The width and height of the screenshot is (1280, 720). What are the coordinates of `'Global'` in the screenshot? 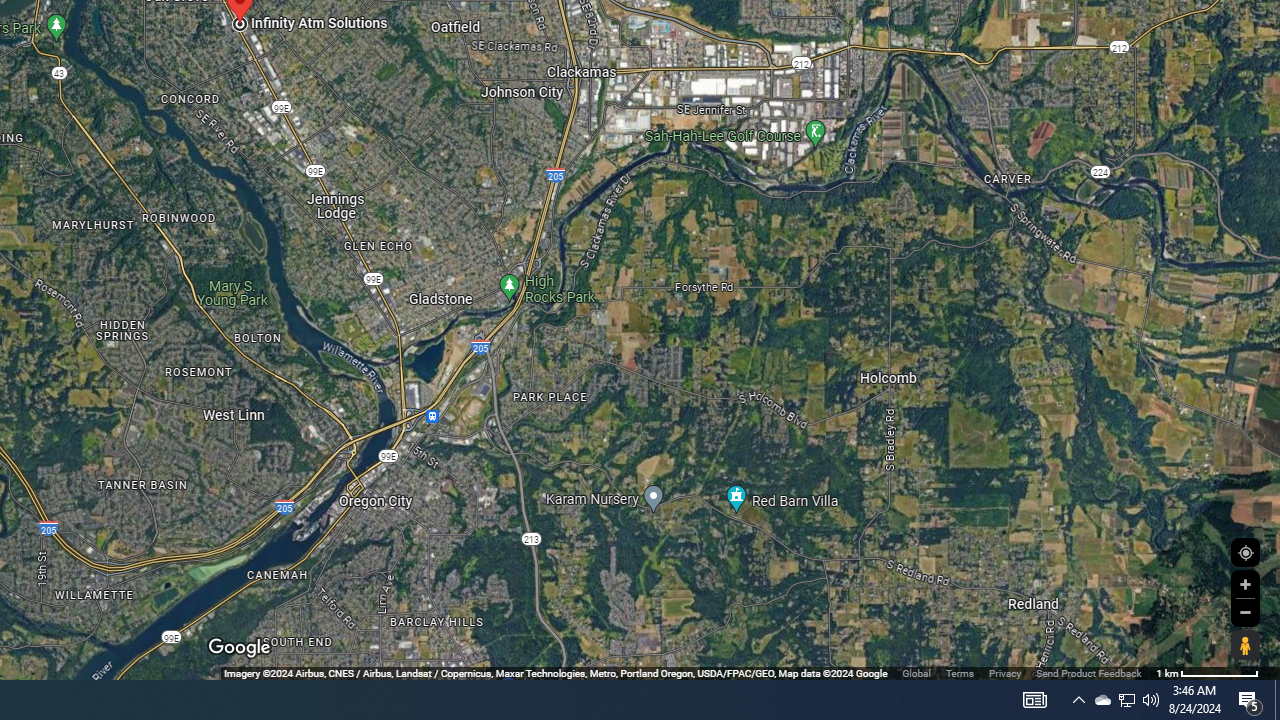 It's located at (915, 673).